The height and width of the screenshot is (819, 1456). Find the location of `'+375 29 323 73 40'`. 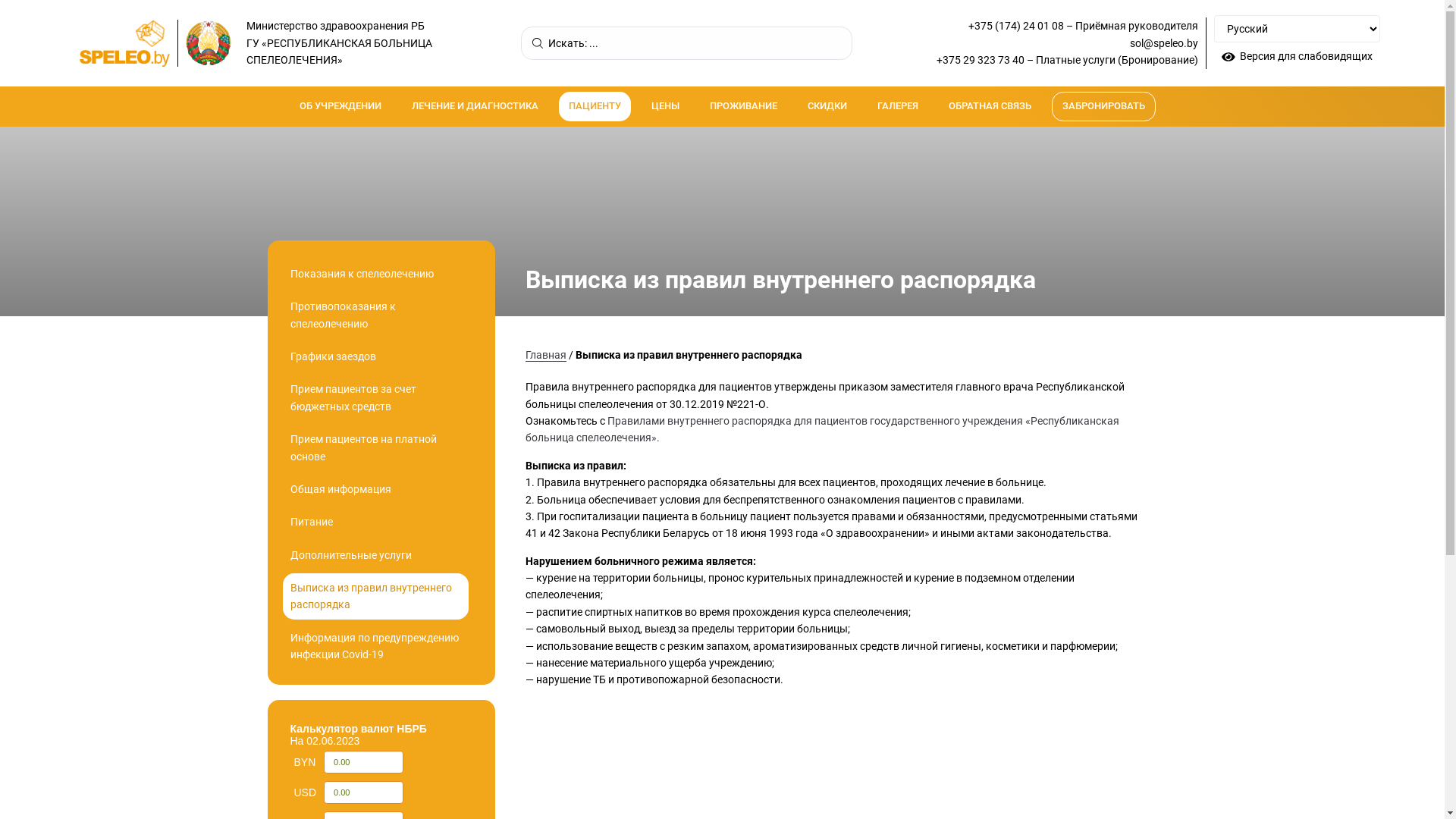

'+375 29 323 73 40' is located at coordinates (980, 58).